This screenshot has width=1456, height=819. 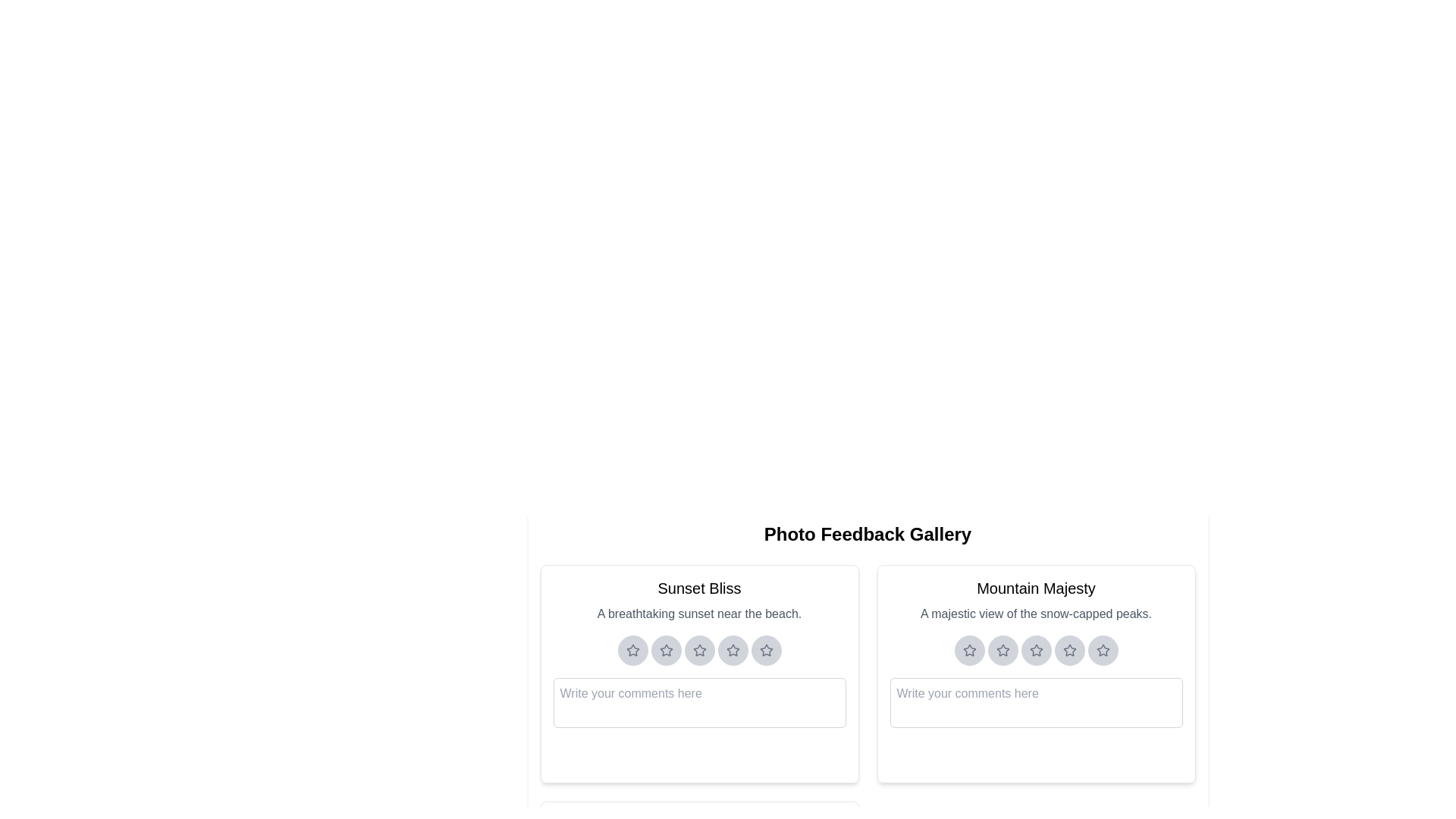 I want to click on the third circular button in the 5-star rating system below the text 'Mountain Majesty', so click(x=1035, y=649).